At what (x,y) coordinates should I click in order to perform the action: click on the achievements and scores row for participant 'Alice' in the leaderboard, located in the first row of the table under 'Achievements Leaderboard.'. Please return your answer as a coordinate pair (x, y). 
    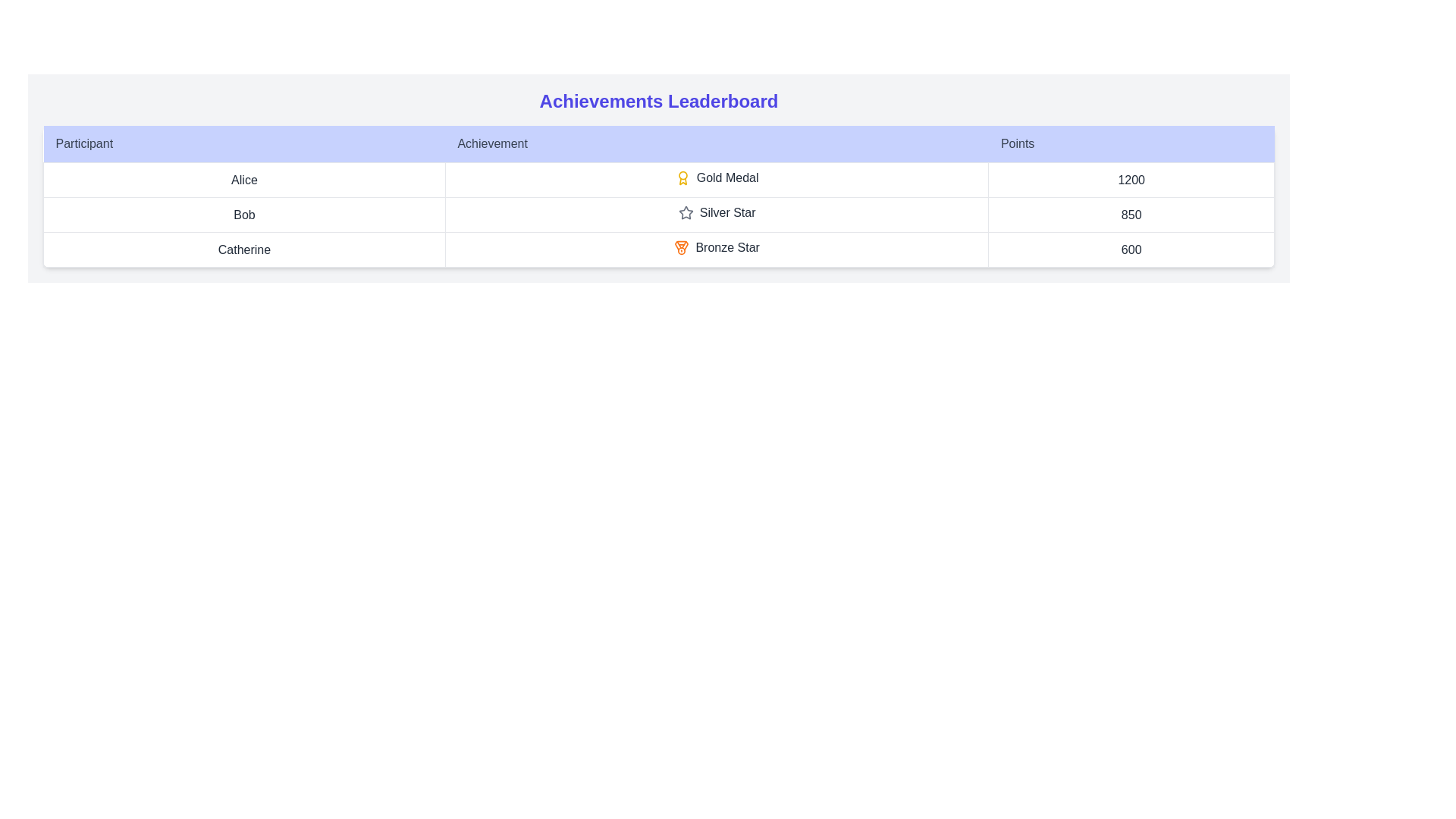
    Looking at the image, I should click on (658, 179).